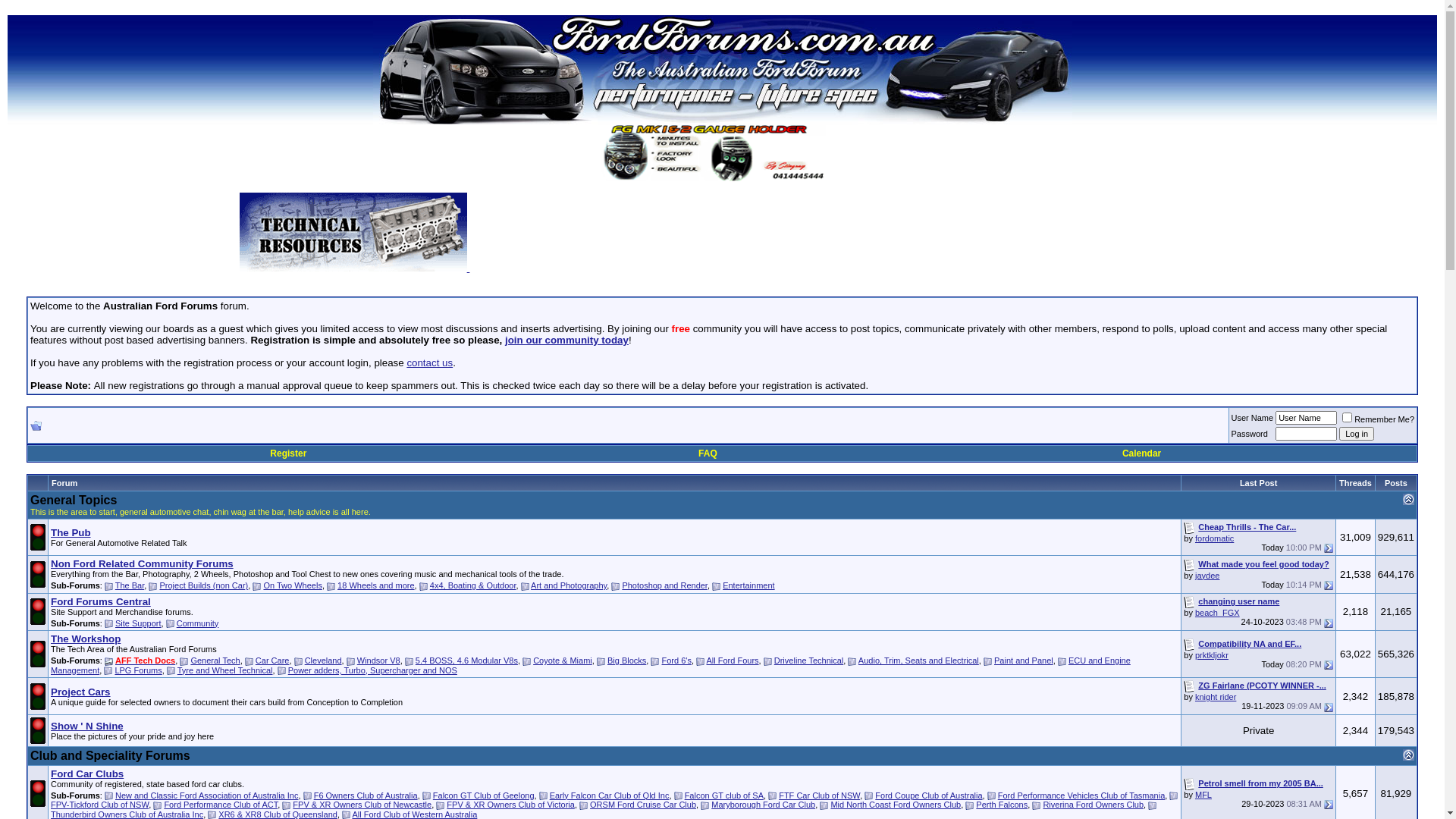  What do you see at coordinates (1328, 584) in the screenshot?
I see `'Go to last post'` at bounding box center [1328, 584].